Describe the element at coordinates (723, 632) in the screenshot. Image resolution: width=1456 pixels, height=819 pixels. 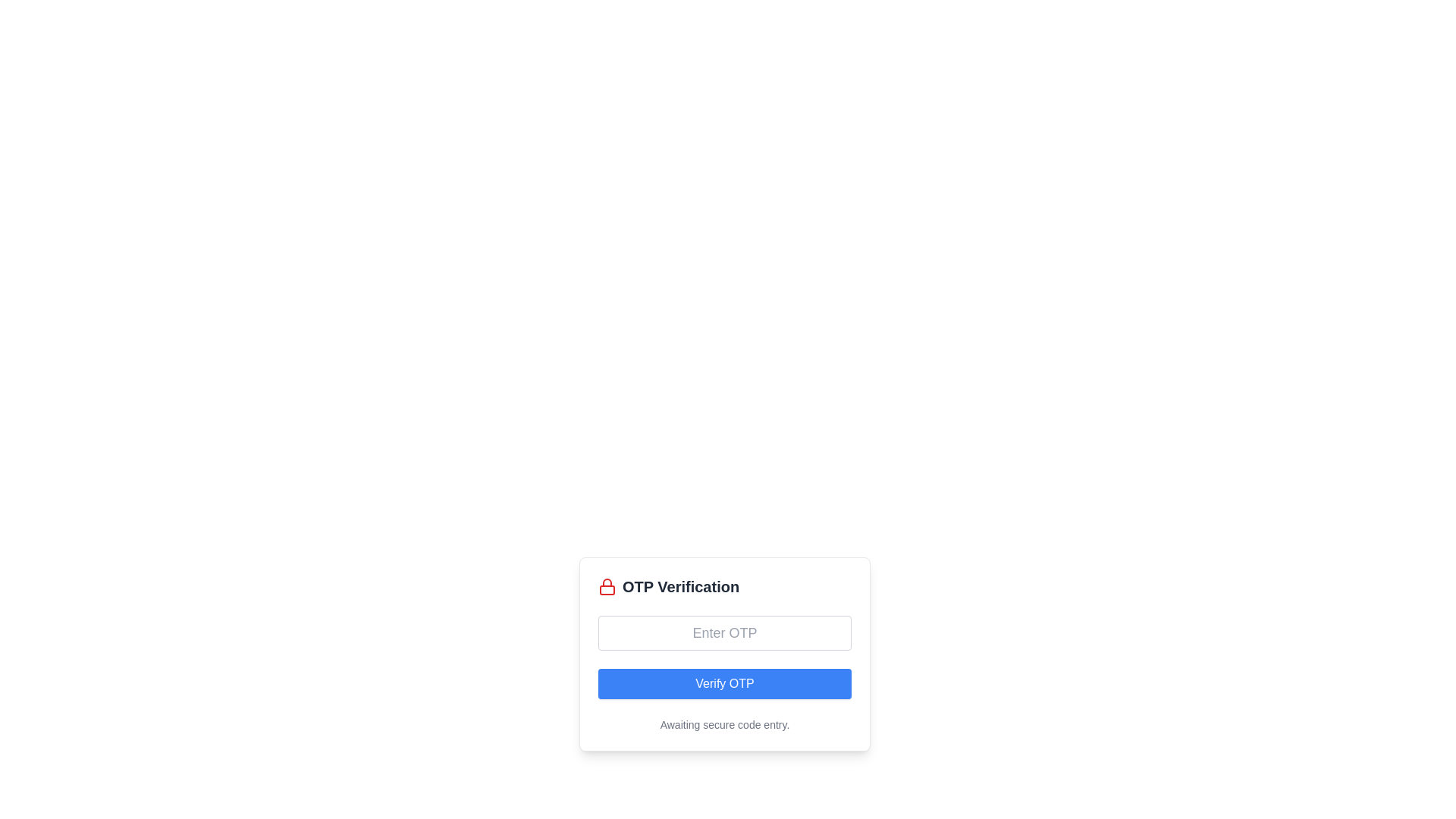
I see `on the text input box that has a gray border and placeholder text 'Enter OTP', located in the 'OTP Verification' card` at that location.